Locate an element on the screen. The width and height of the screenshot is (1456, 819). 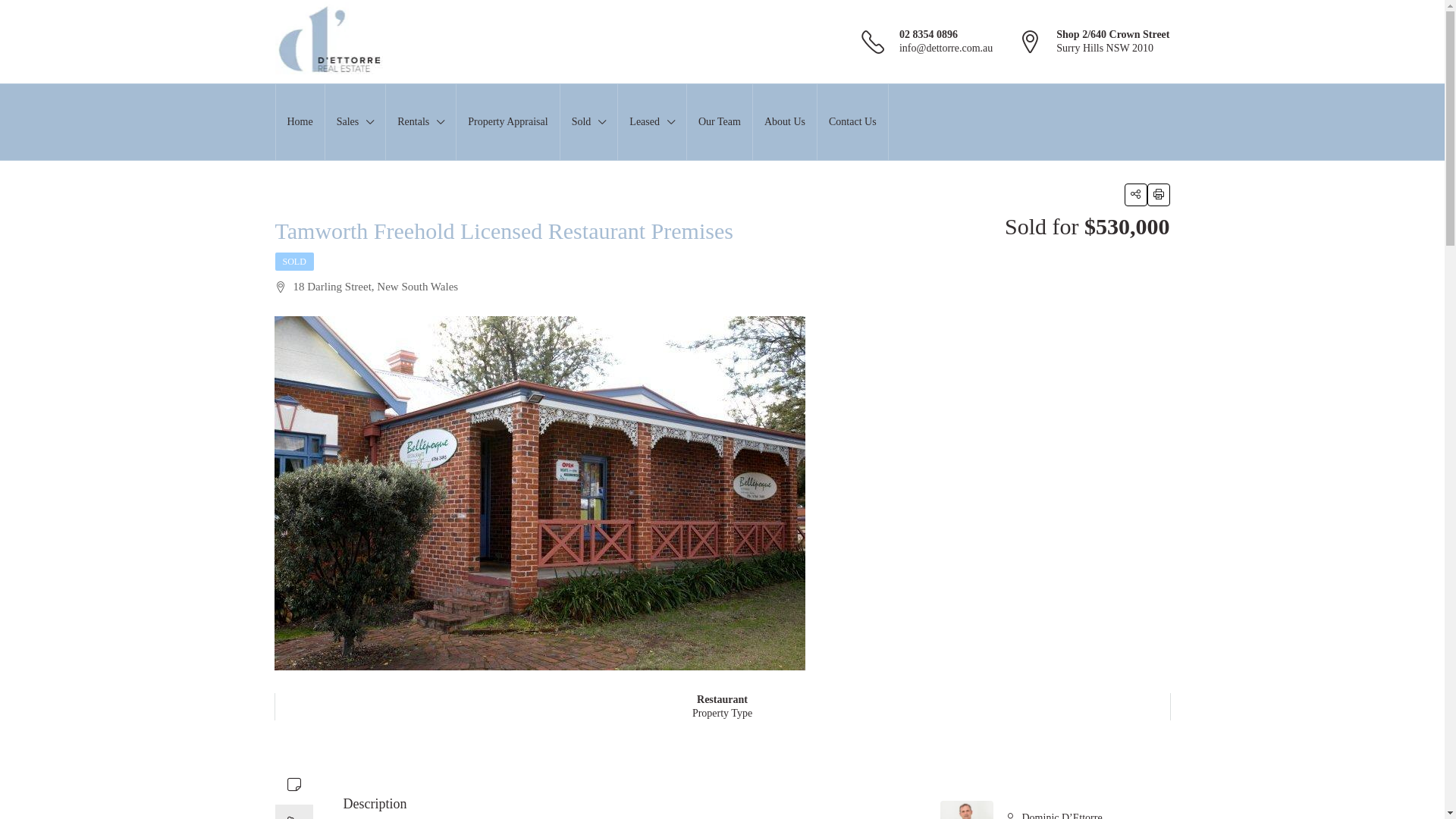
'Home' is located at coordinates (276, 121).